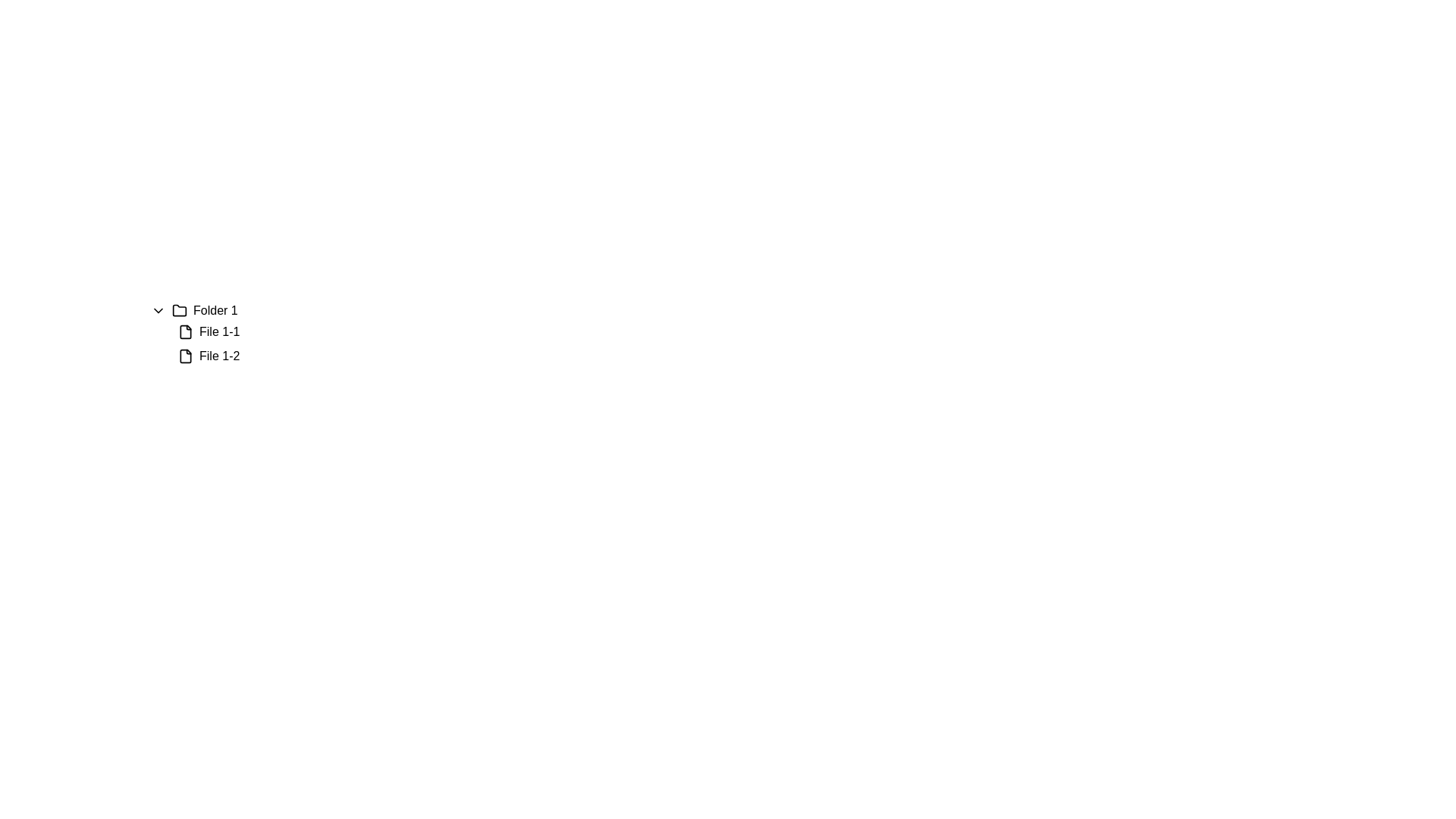  I want to click on the folder icon next to the text labeled 'Folder 1', so click(179, 309).